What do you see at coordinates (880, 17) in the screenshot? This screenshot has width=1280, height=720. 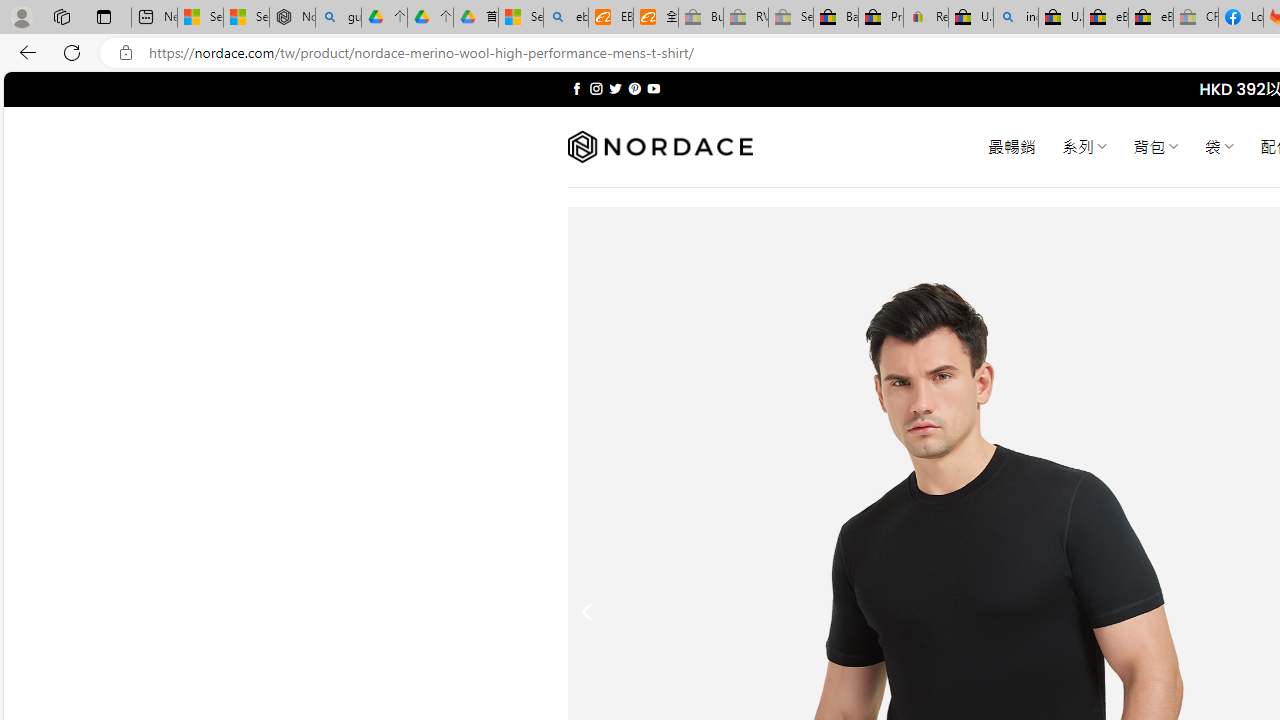 I see `'Press Room - eBay Inc.'` at bounding box center [880, 17].